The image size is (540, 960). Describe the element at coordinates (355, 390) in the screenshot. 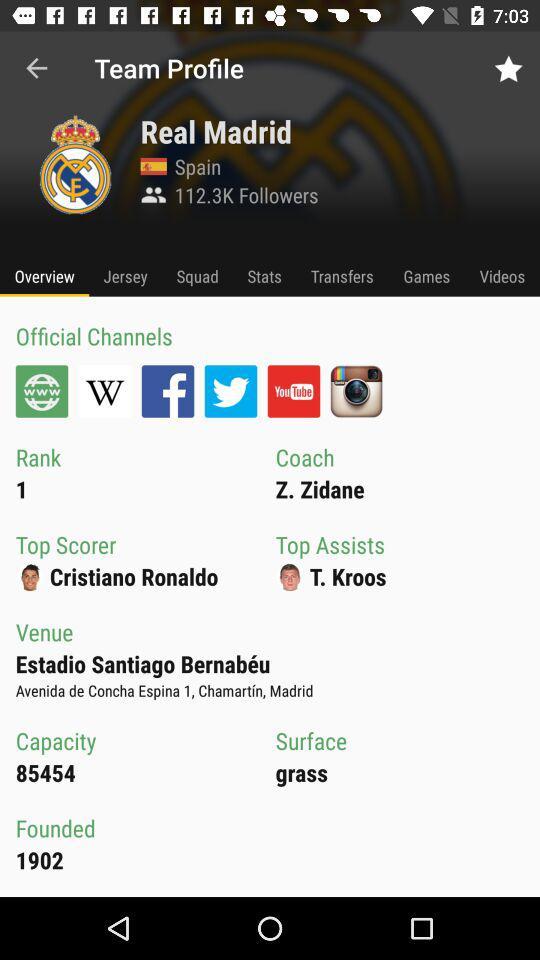

I see `instagram profile` at that location.